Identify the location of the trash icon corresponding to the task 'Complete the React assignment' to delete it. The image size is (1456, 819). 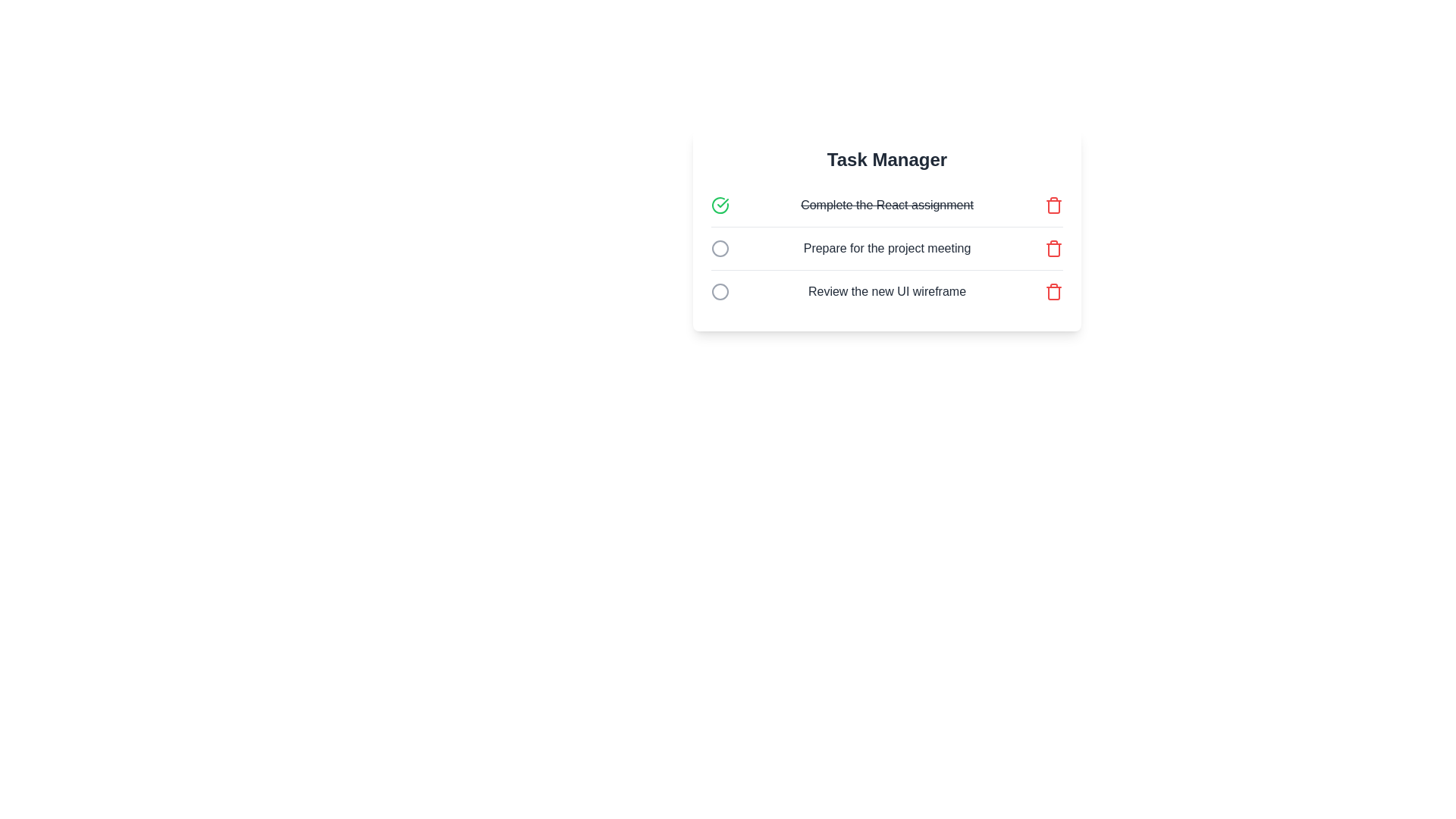
(1053, 205).